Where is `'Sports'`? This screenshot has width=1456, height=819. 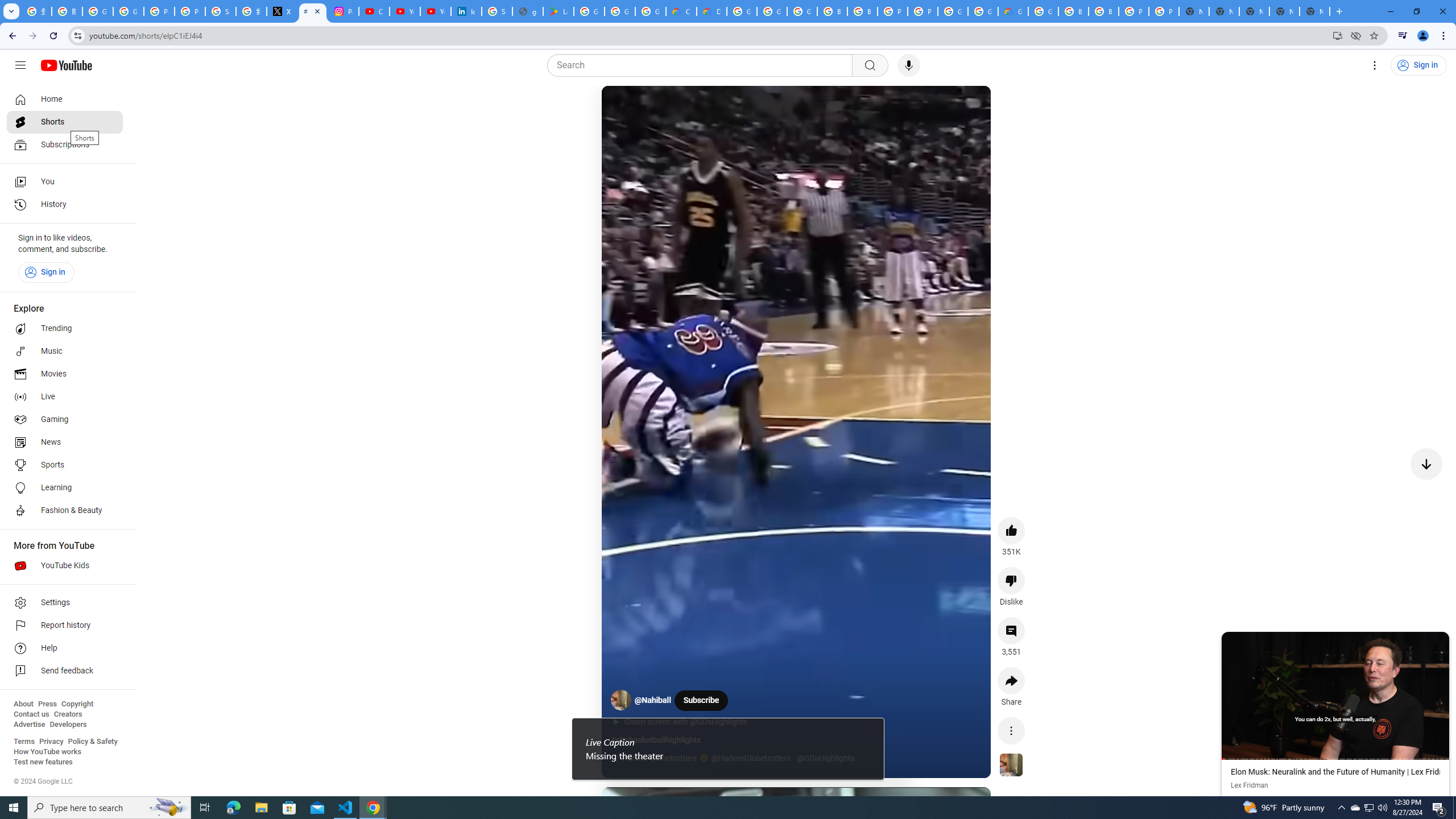 'Sports' is located at coordinates (64, 464).